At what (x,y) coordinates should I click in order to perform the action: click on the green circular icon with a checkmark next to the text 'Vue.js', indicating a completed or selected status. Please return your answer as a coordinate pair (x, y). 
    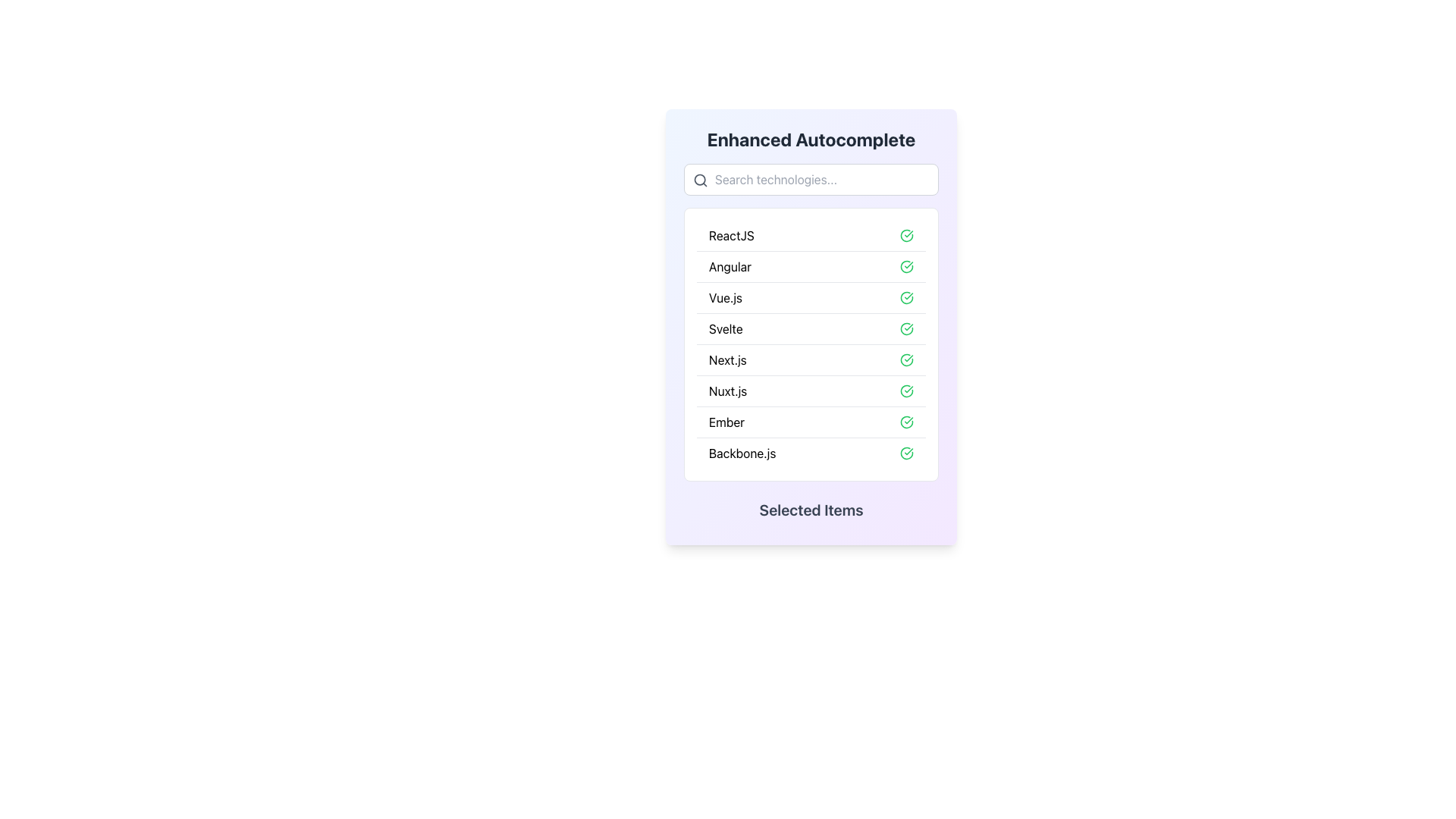
    Looking at the image, I should click on (906, 298).